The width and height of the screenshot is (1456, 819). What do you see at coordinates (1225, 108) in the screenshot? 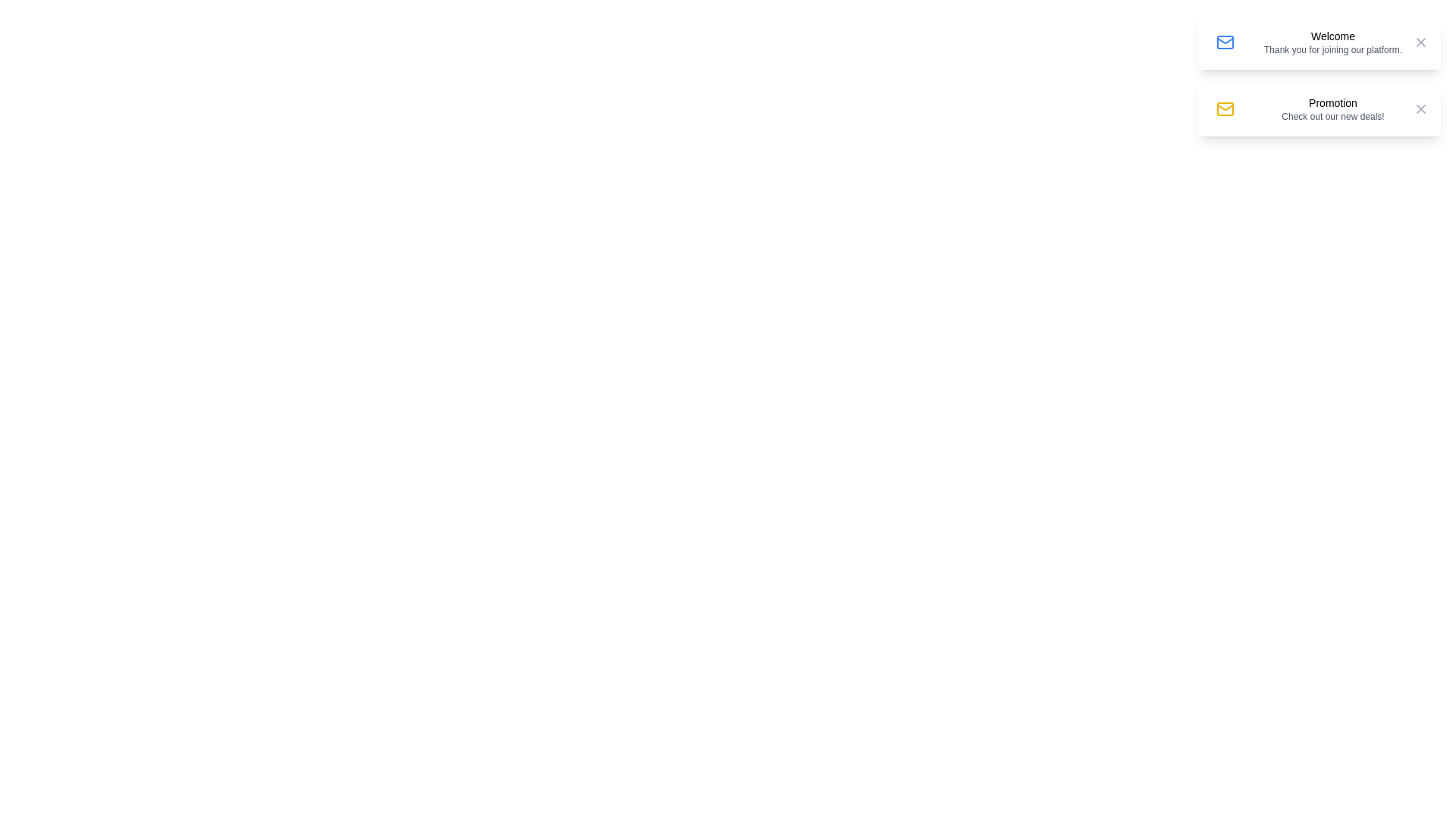
I see `the yellow-orange envelope icon located within the 'Promotion' notification card, positioned to the left of the text content` at bounding box center [1225, 108].